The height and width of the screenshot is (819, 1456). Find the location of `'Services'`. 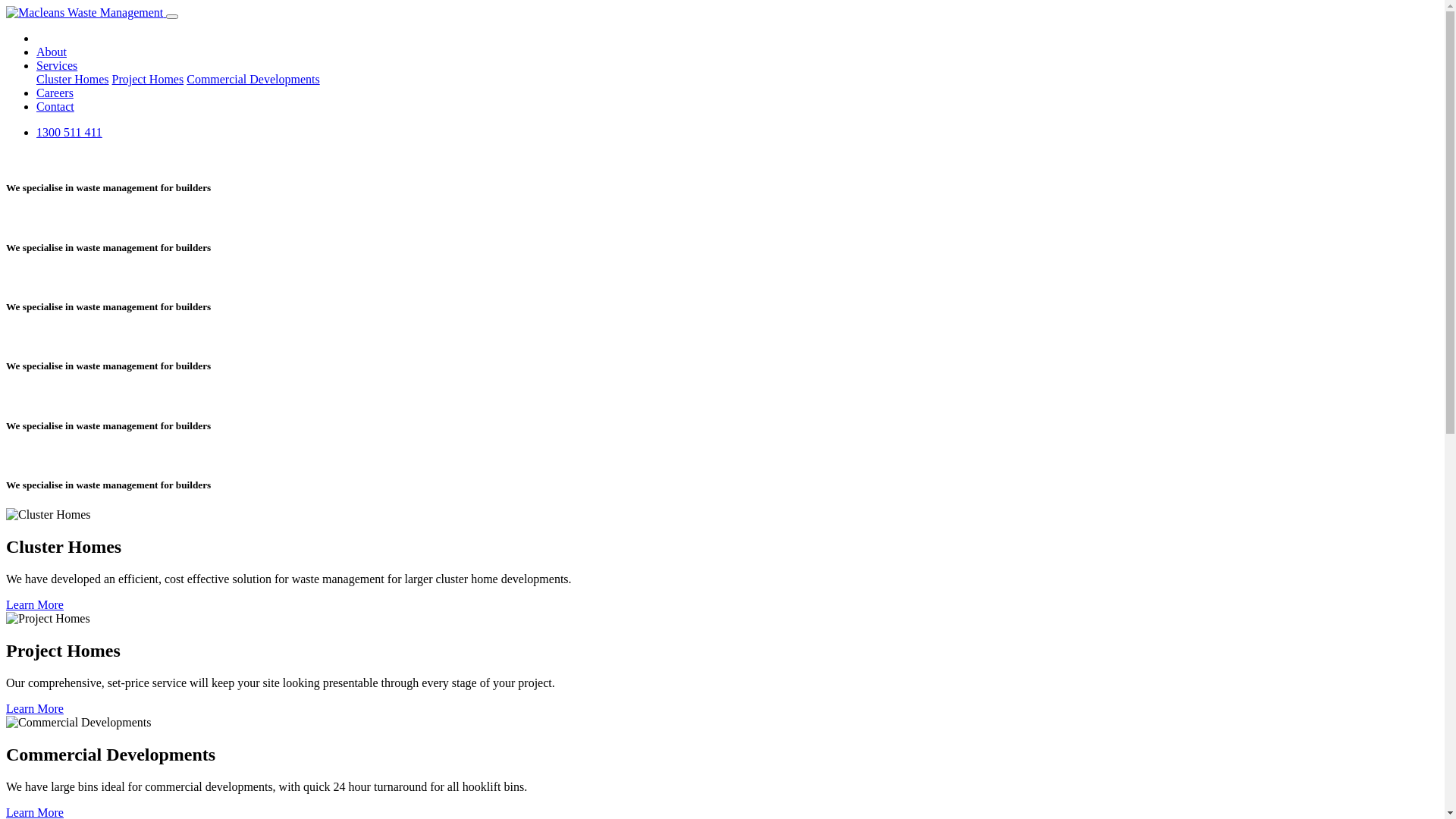

'Services' is located at coordinates (36, 64).